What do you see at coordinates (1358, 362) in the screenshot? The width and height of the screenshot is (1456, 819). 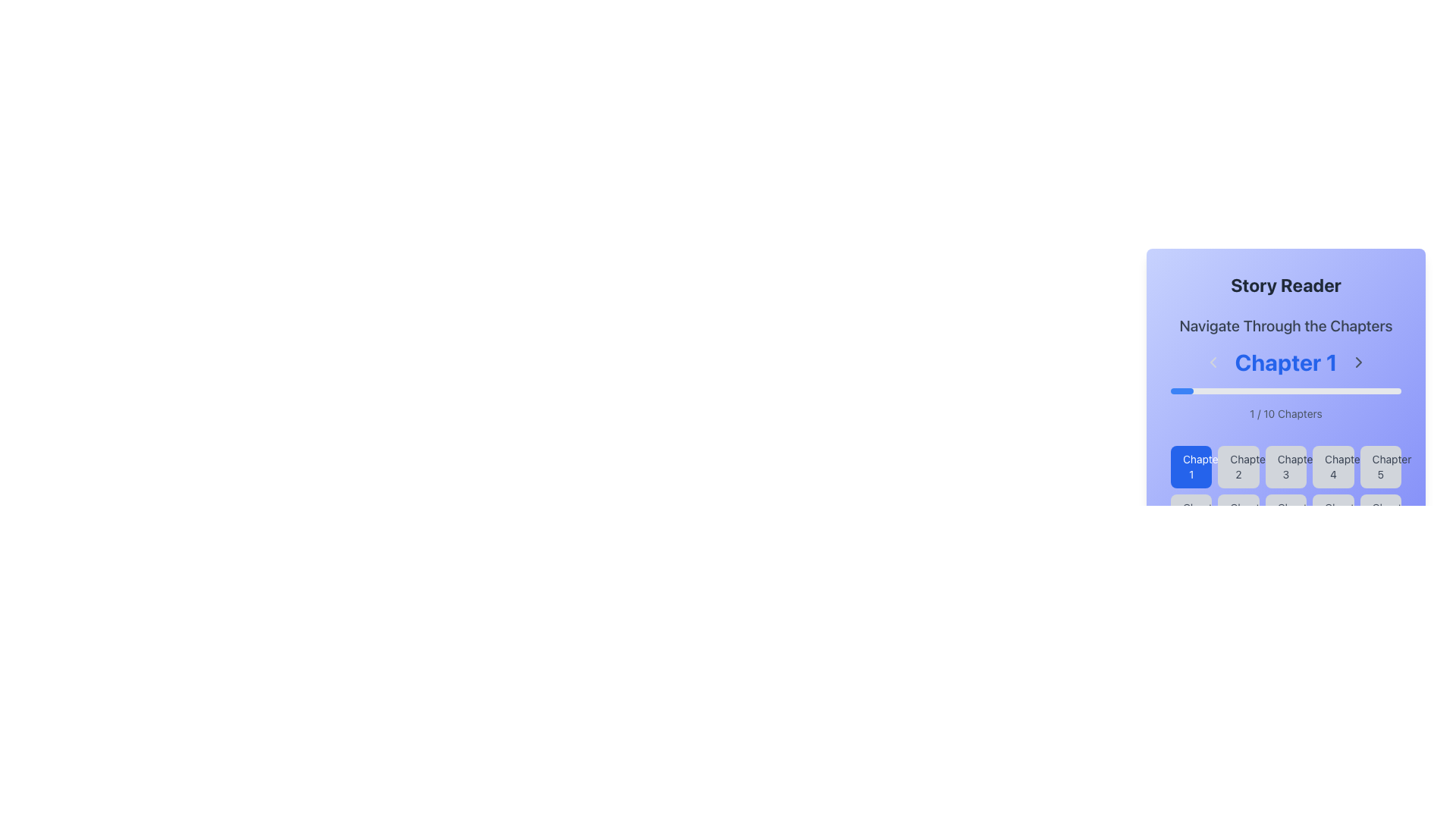 I see `the rightward-pointing chevron icon located to the right of the text 'Chapter 1'` at bounding box center [1358, 362].